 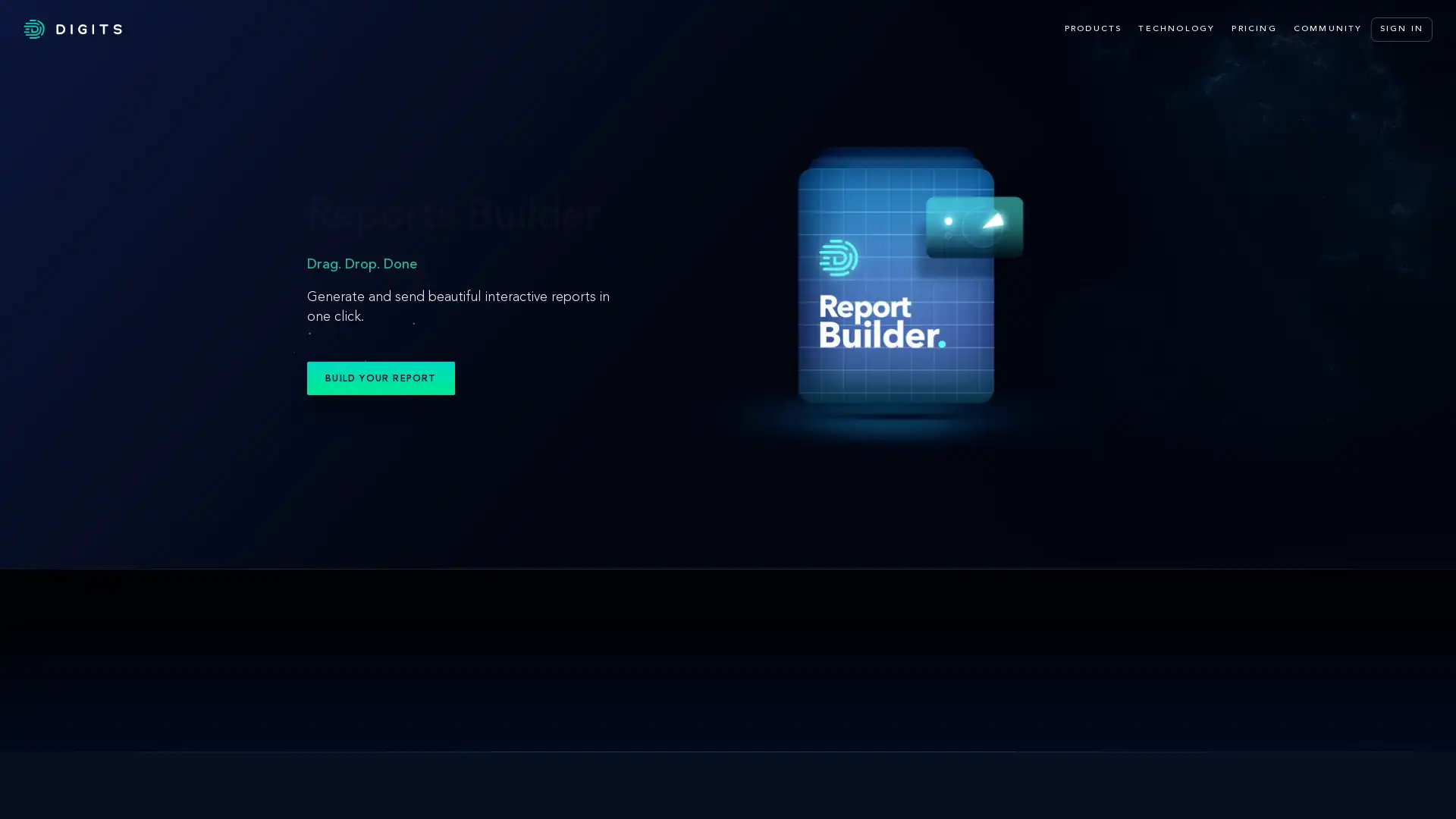 I want to click on TECHNOLOGY, so click(x=1175, y=29).